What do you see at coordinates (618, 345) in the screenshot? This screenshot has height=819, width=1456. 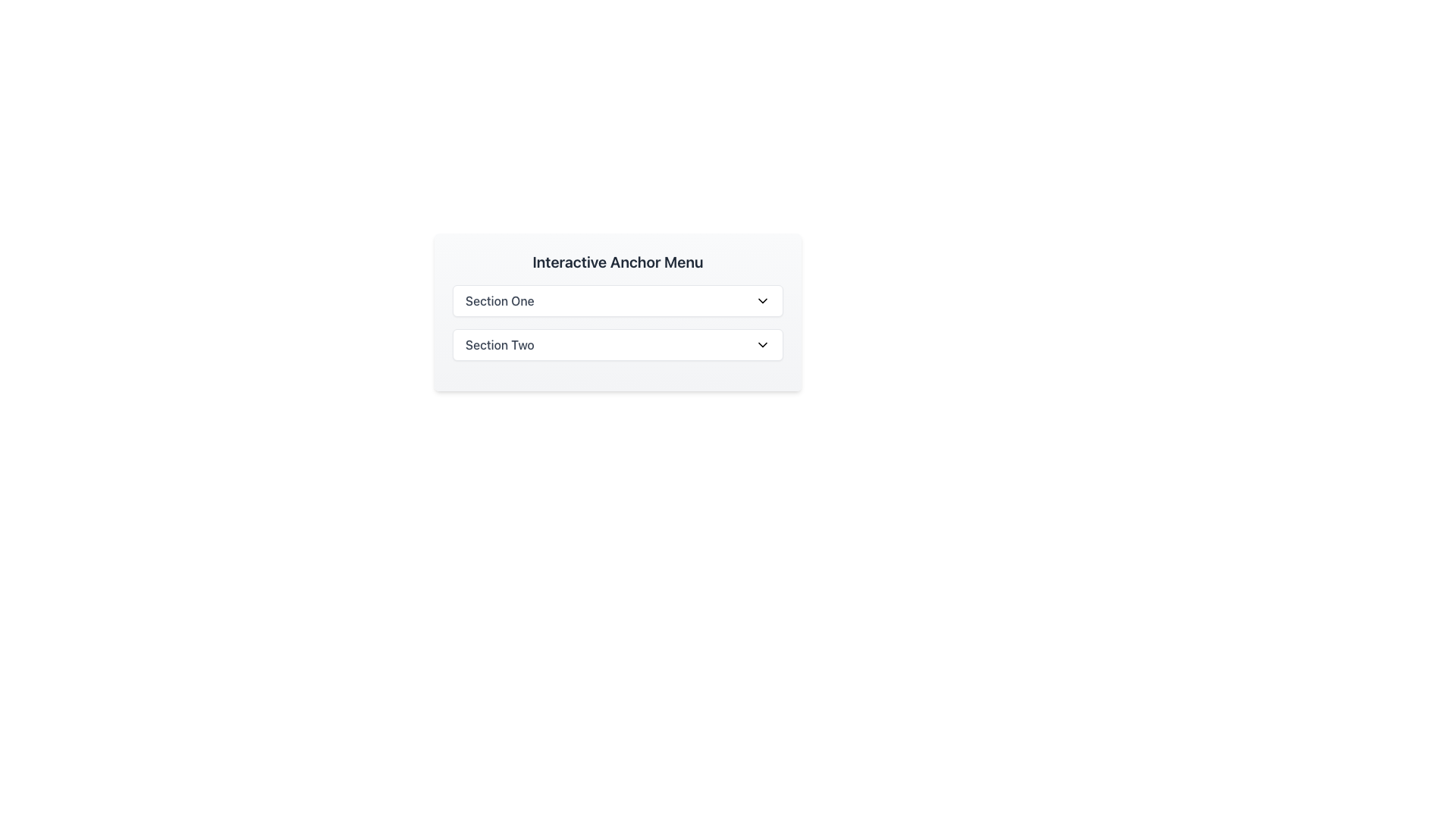 I see `the 'Section Two' dropdown button for keyboard navigation` at bounding box center [618, 345].